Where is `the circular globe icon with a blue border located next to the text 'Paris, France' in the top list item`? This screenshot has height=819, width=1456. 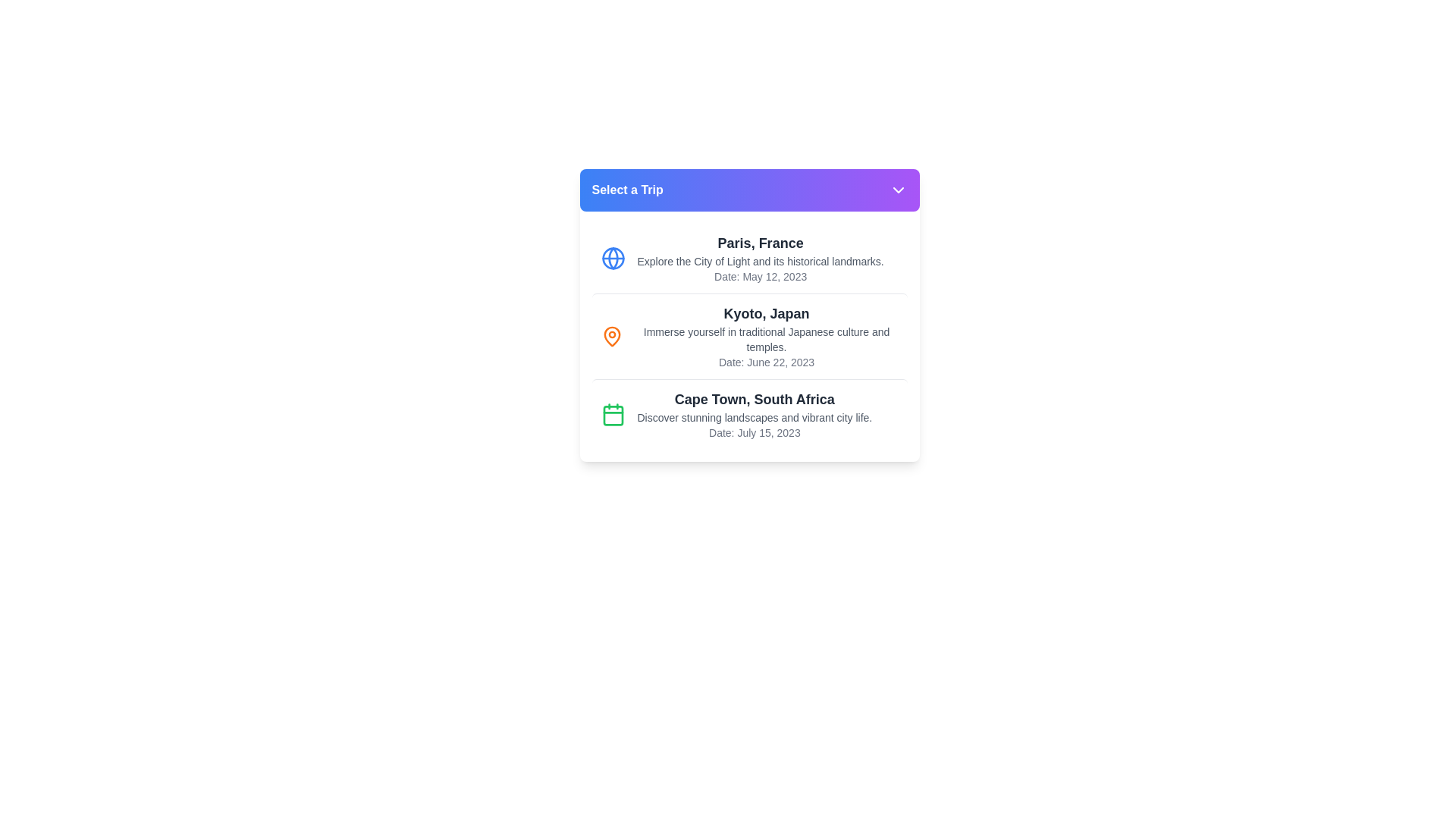
the circular globe icon with a blue border located next to the text 'Paris, France' in the top list item is located at coordinates (613, 257).